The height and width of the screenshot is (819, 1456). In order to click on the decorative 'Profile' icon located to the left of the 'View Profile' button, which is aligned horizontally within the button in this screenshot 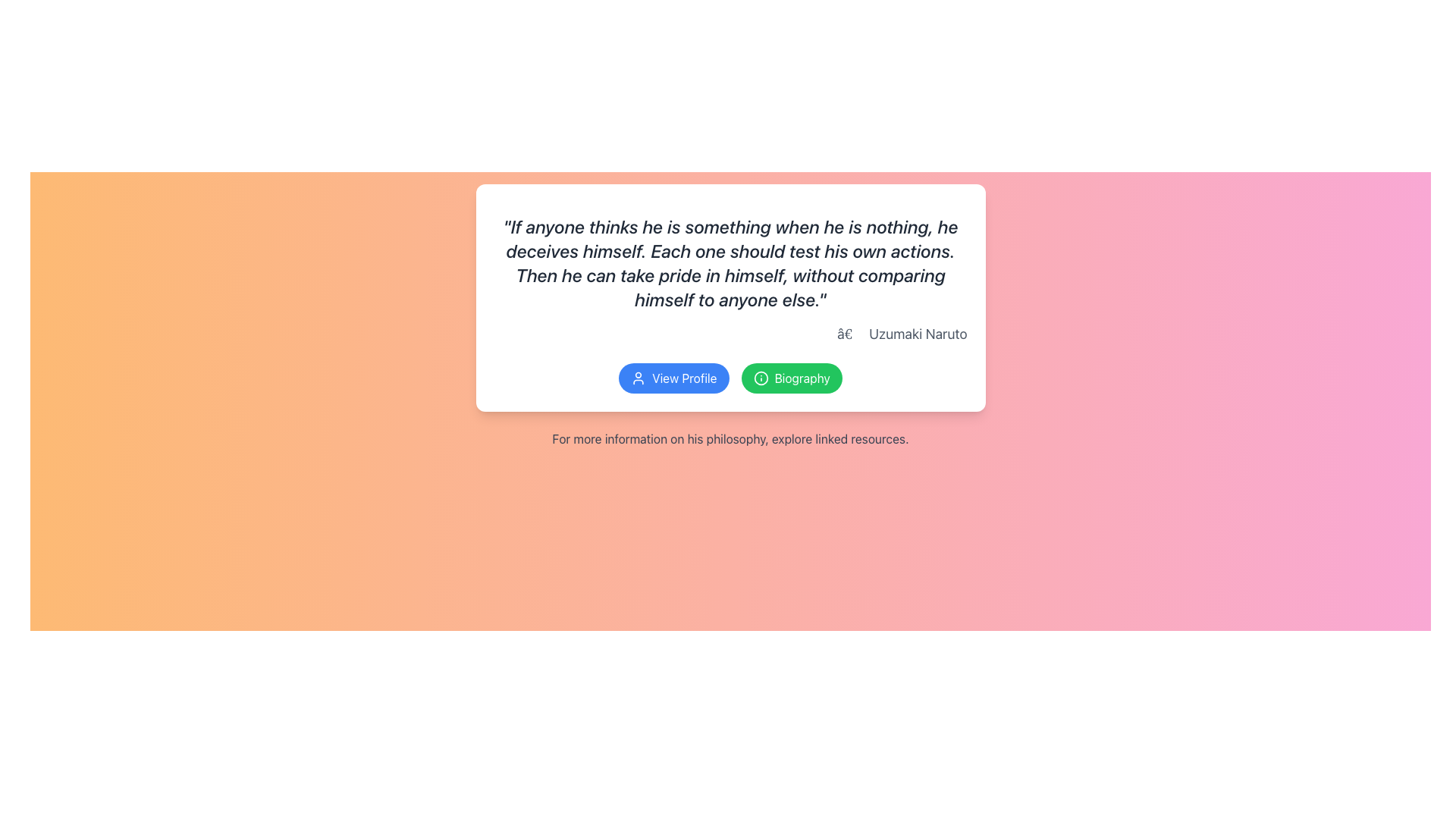, I will do `click(639, 377)`.